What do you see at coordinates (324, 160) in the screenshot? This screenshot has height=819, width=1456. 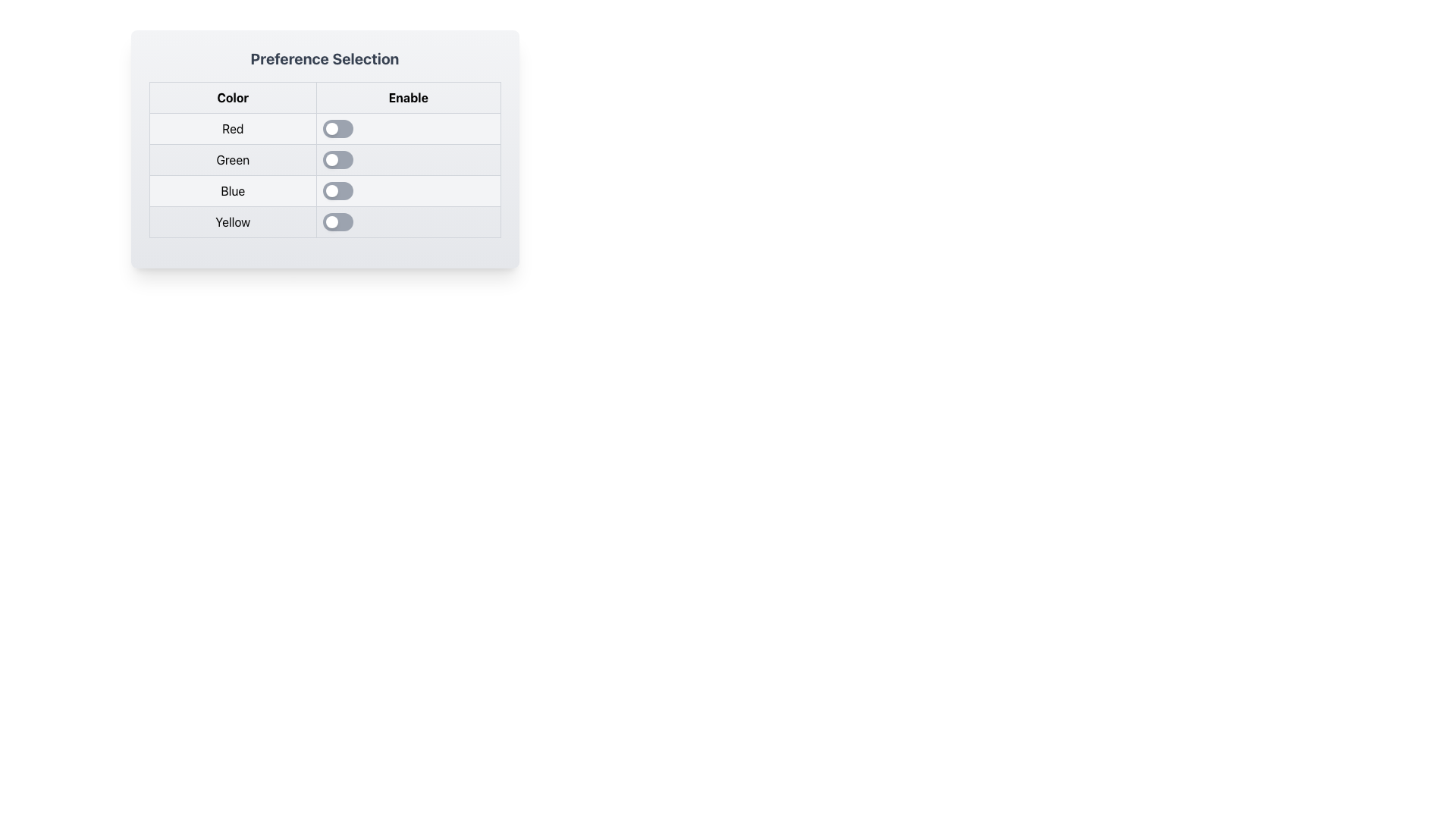 I see `the toggle switch located in the 'Enable' column of the second row, adjacent to the 'Green' preference` at bounding box center [324, 160].